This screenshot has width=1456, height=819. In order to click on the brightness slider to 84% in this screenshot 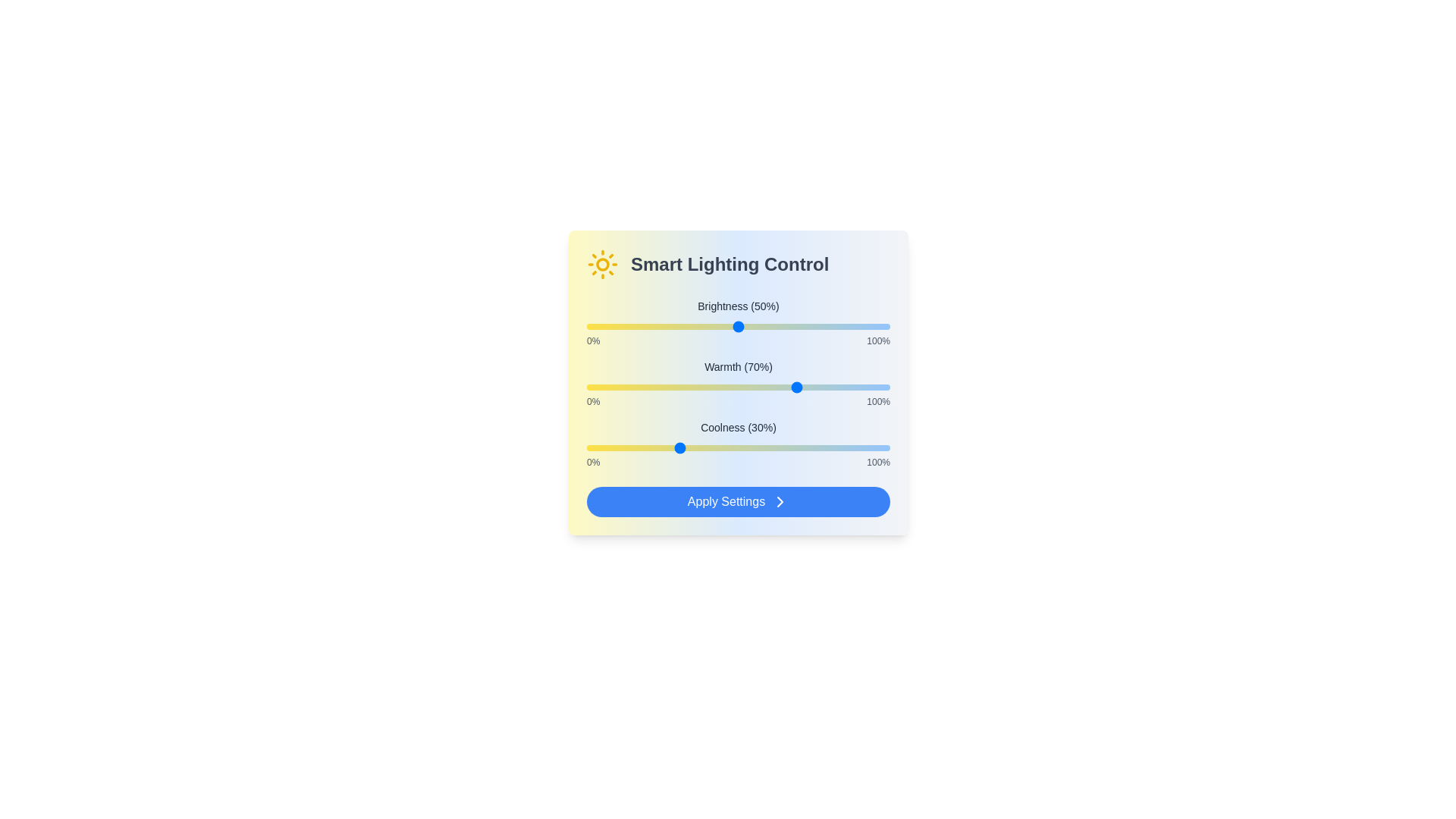, I will do `click(840, 326)`.